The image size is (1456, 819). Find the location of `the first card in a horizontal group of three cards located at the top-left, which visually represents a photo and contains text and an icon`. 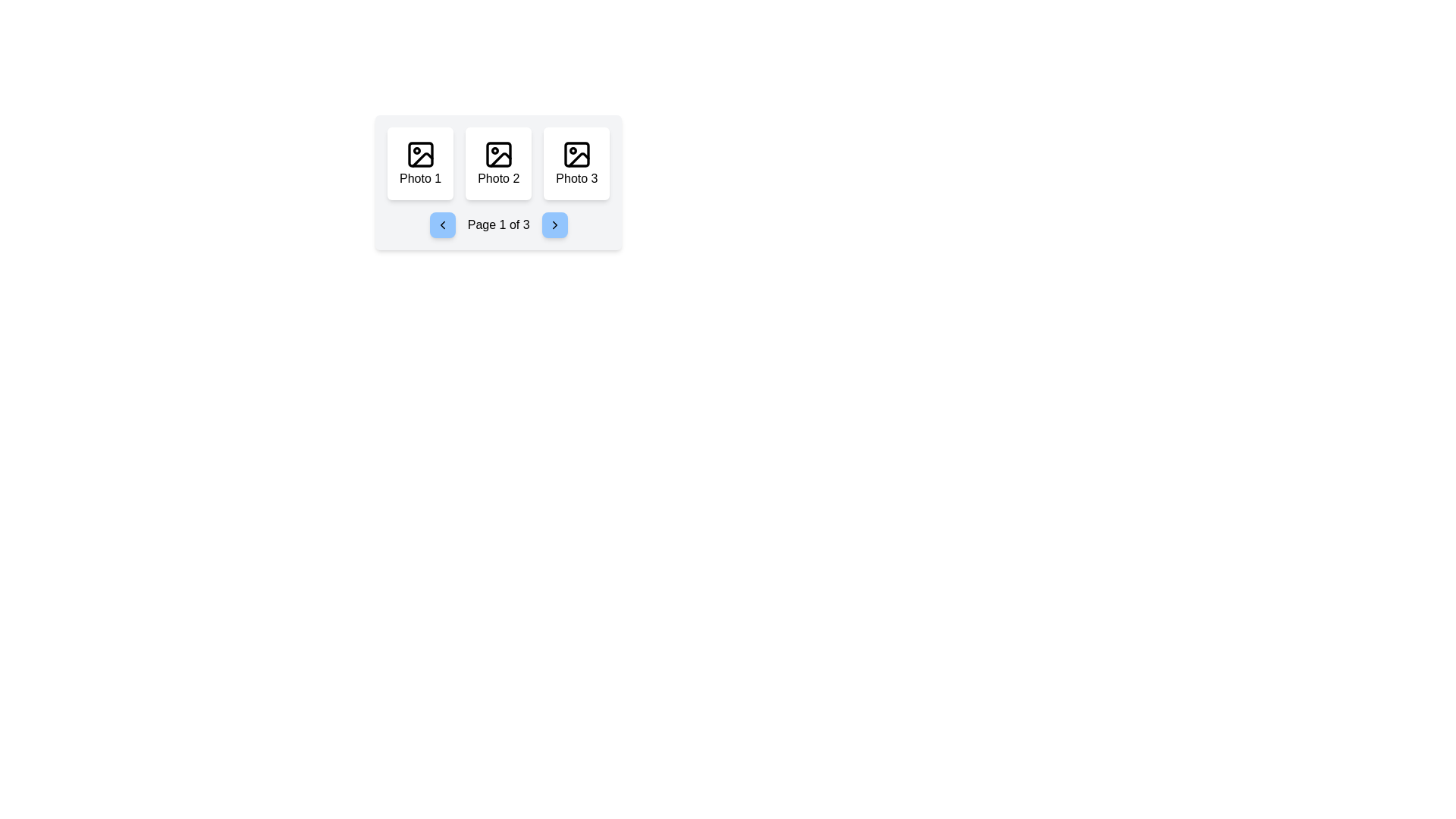

the first card in a horizontal group of three cards located at the top-left, which visually represents a photo and contains text and an icon is located at coordinates (420, 164).